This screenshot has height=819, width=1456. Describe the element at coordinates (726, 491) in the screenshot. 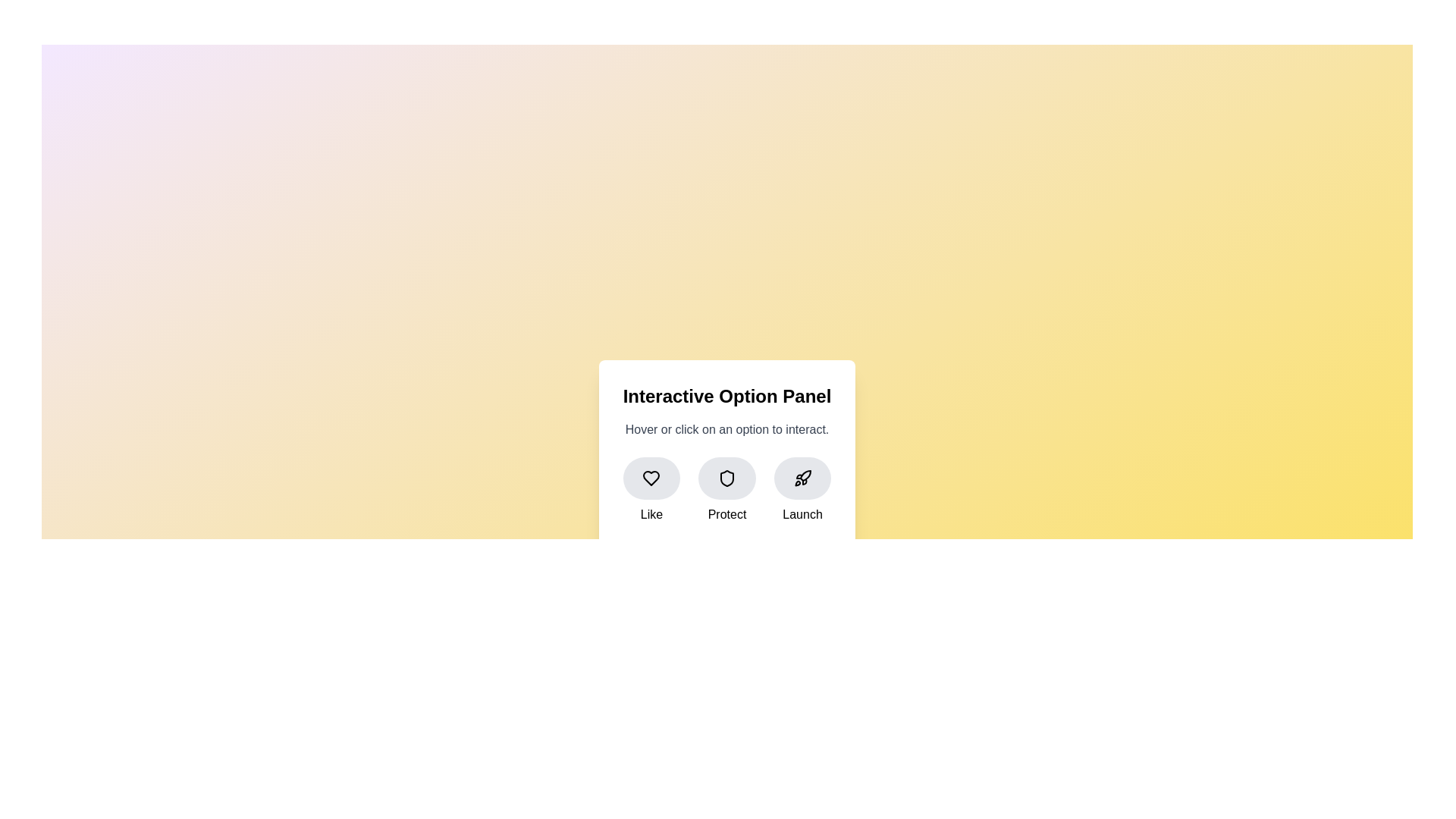

I see `the 'Protect' Icon button, which is the second option in the Interactive Option Panel` at that location.